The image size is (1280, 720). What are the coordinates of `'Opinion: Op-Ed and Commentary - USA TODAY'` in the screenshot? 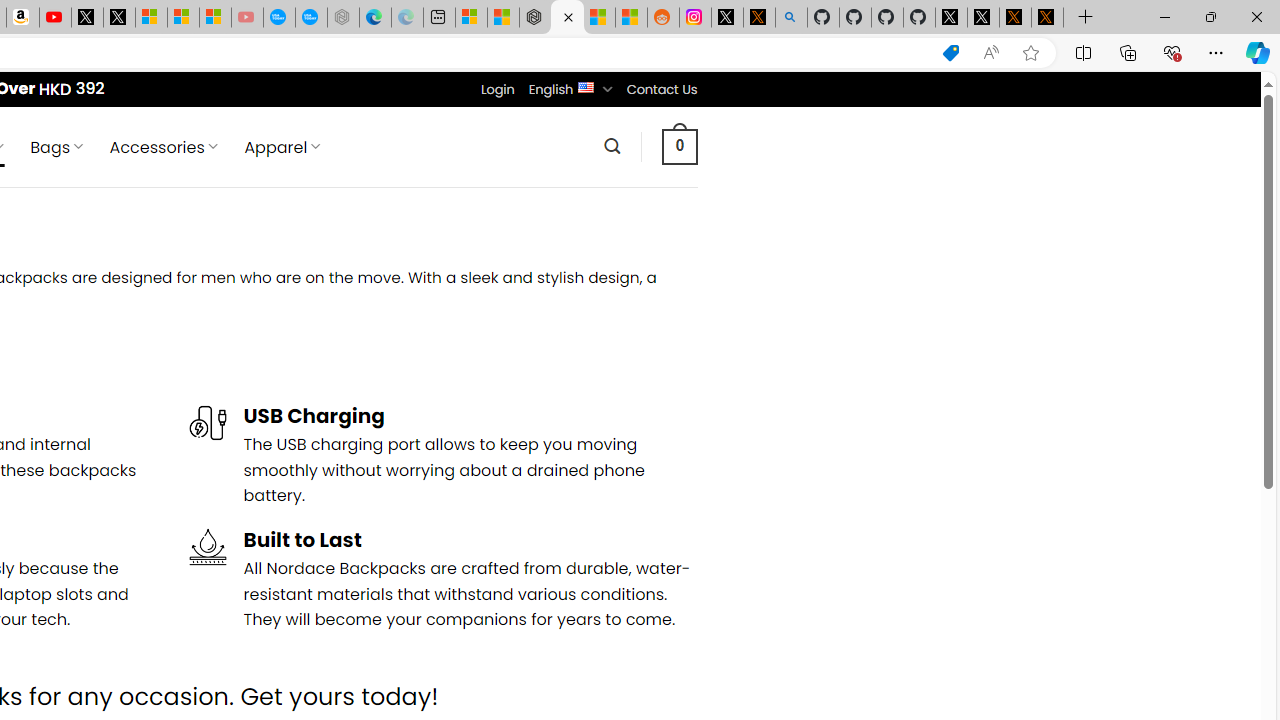 It's located at (278, 17).